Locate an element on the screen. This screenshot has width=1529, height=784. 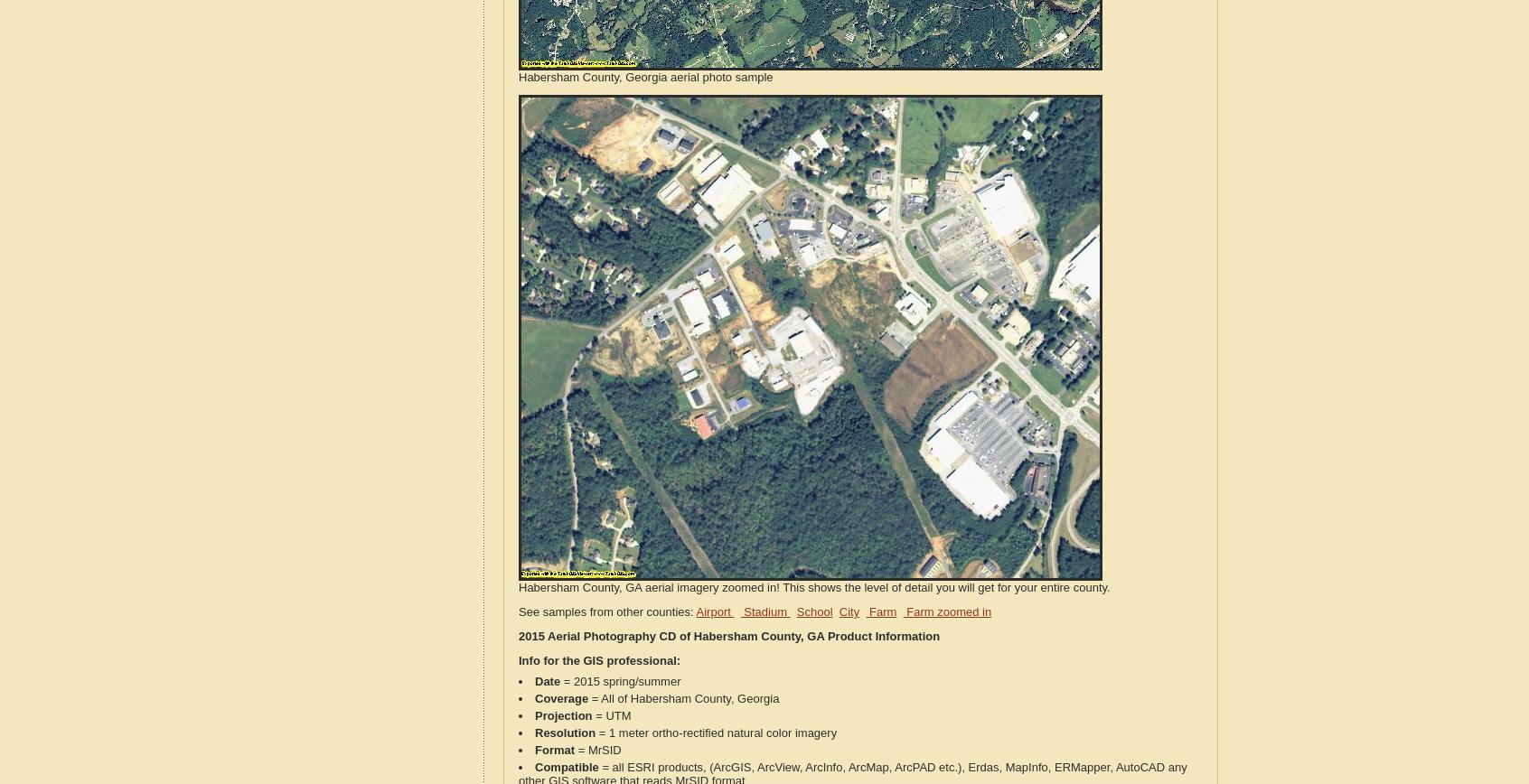
'City' is located at coordinates (849, 611).